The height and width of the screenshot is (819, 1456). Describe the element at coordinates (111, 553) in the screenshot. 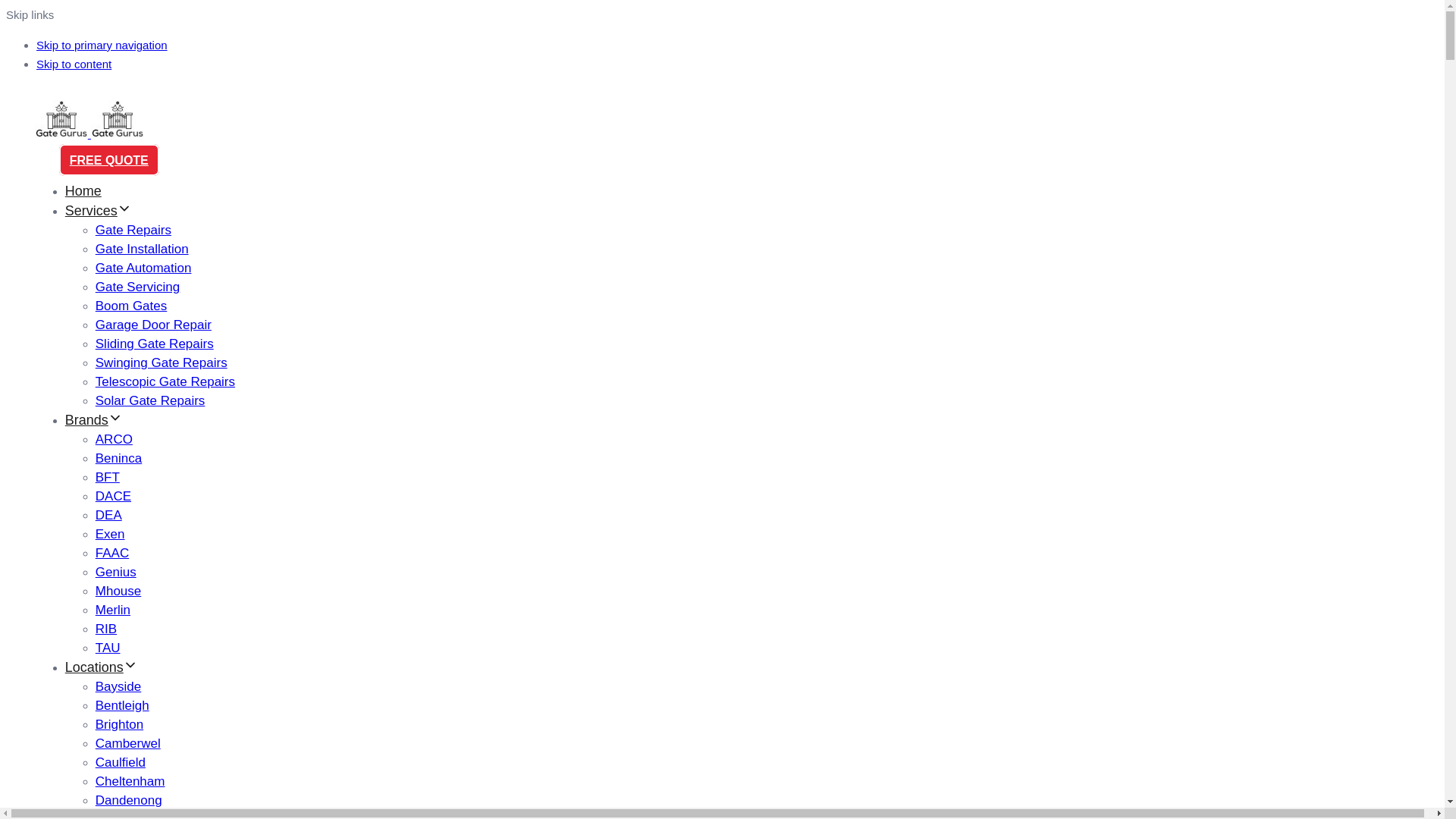

I see `'FAAC'` at that location.